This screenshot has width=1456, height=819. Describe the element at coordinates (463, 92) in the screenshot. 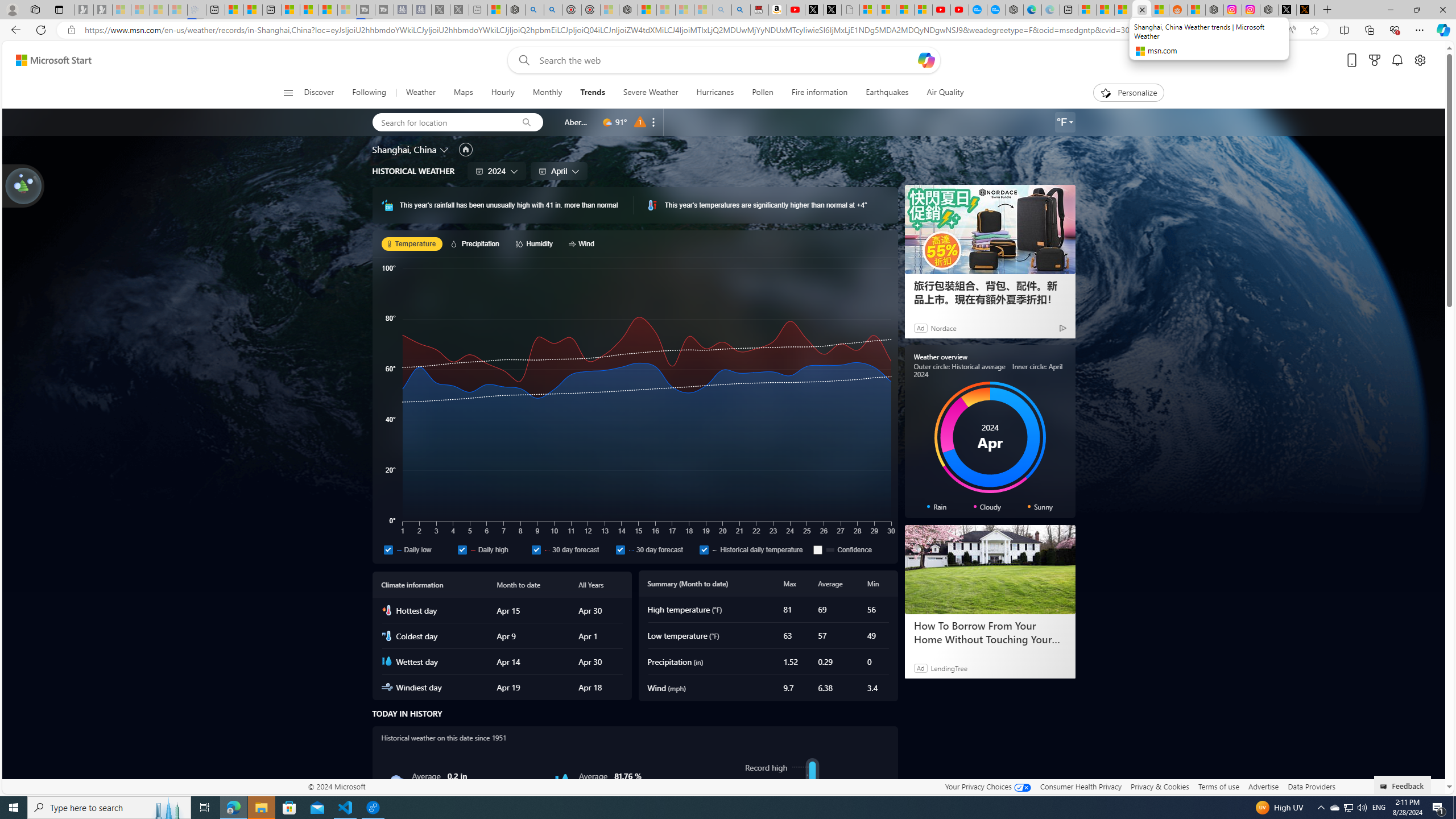

I see `'Maps'` at that location.